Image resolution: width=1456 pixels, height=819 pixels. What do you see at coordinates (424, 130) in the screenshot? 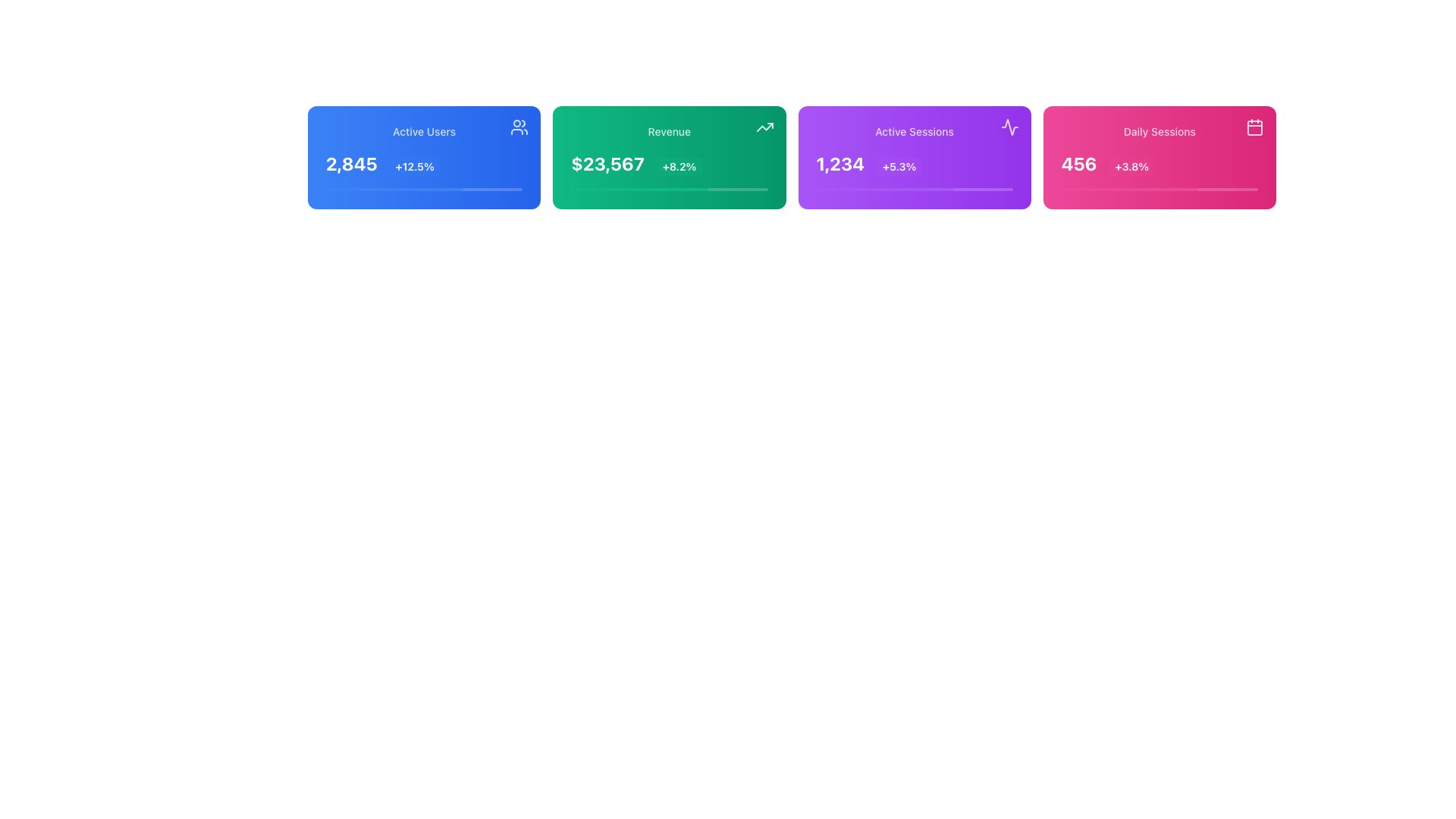
I see `the descriptive label indicating the metric for active users, located at the top section of the blue card containing active user statistics` at bounding box center [424, 130].